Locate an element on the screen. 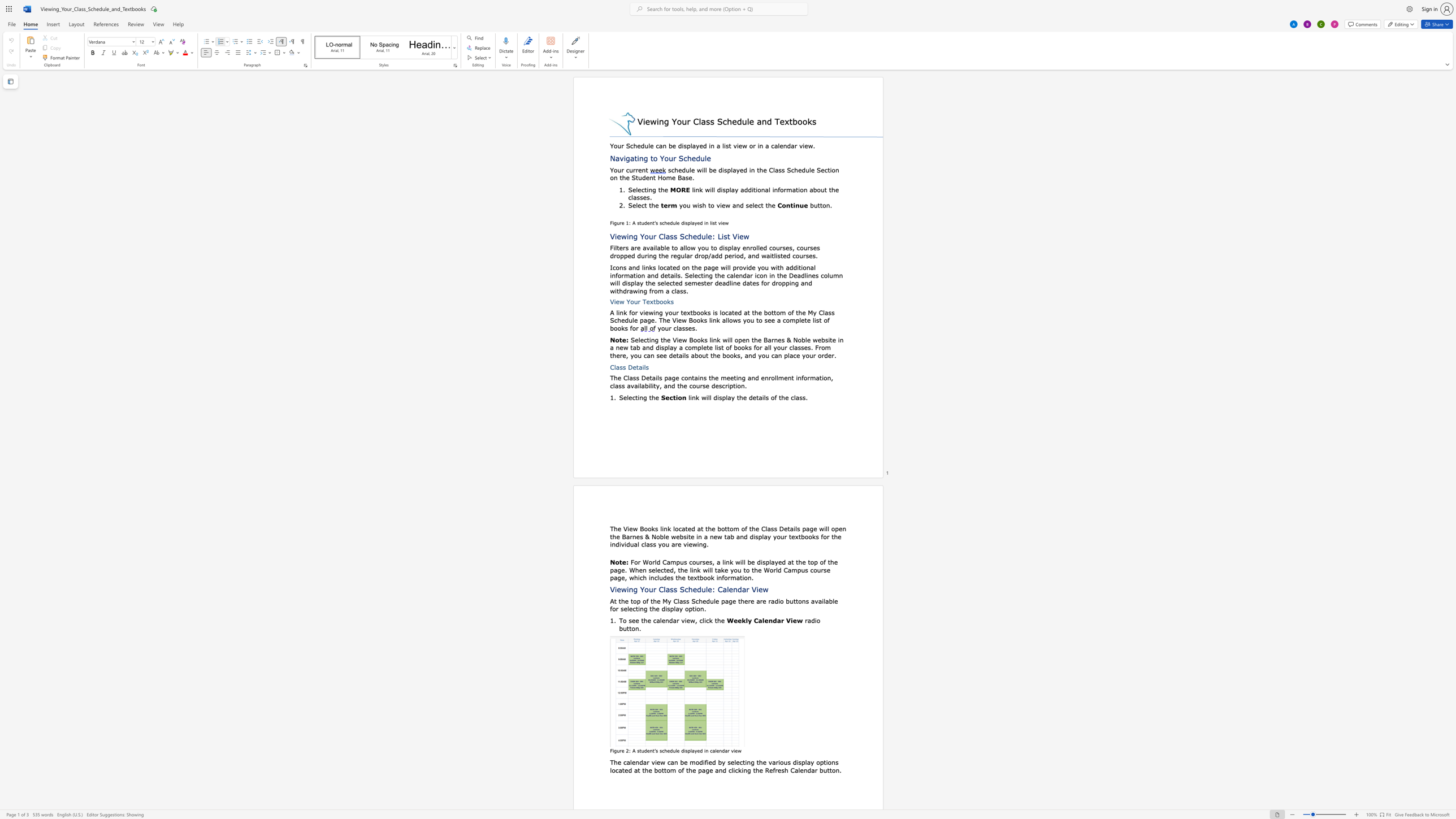  the 2th character "u" in the text is located at coordinates (631, 170).